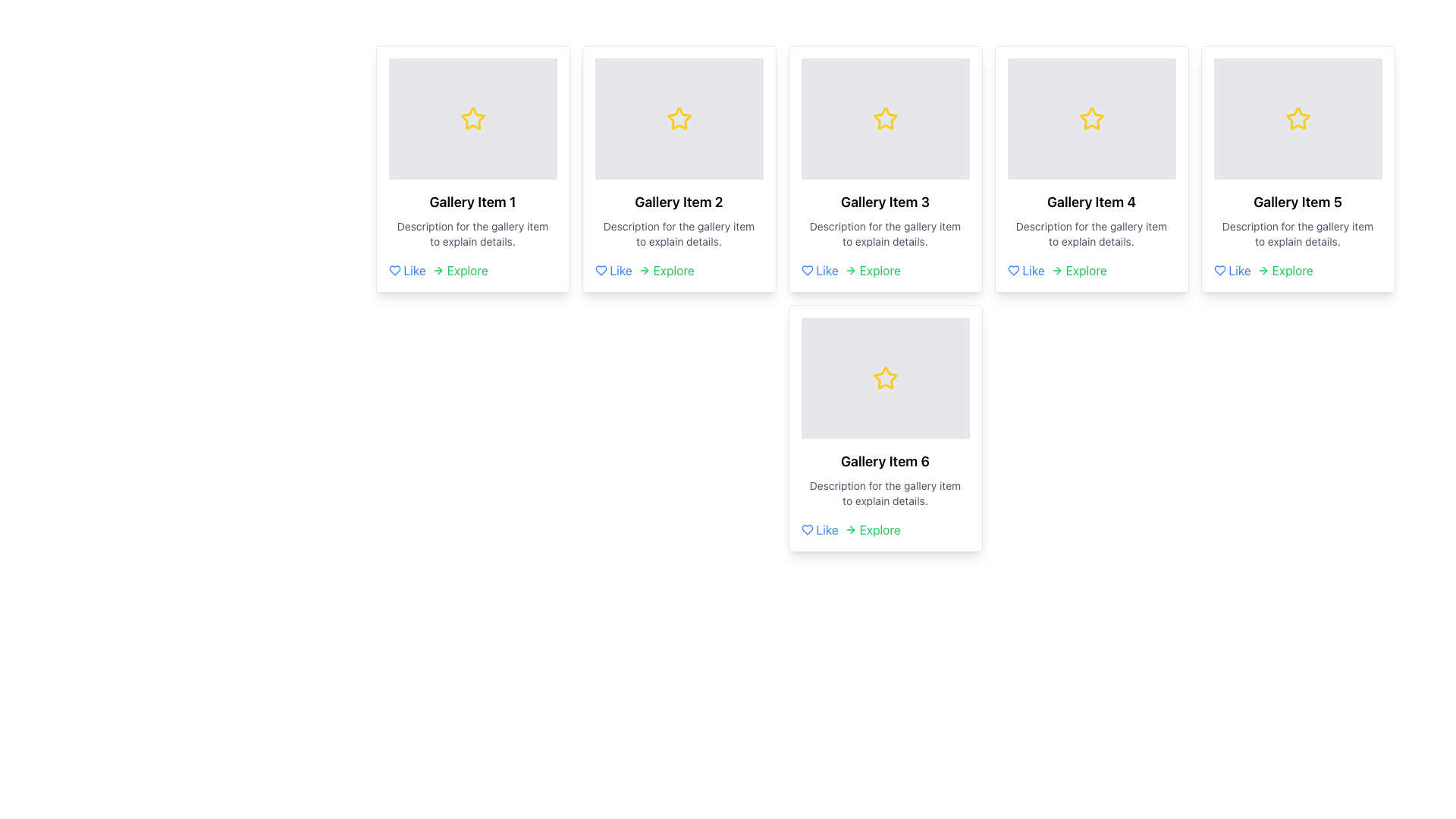 This screenshot has height=819, width=1456. What do you see at coordinates (437, 270) in the screenshot?
I see `the arrow icon located to the right of the 'Explore' text within the button component at the bottom of 'Gallery Item 1'` at bounding box center [437, 270].